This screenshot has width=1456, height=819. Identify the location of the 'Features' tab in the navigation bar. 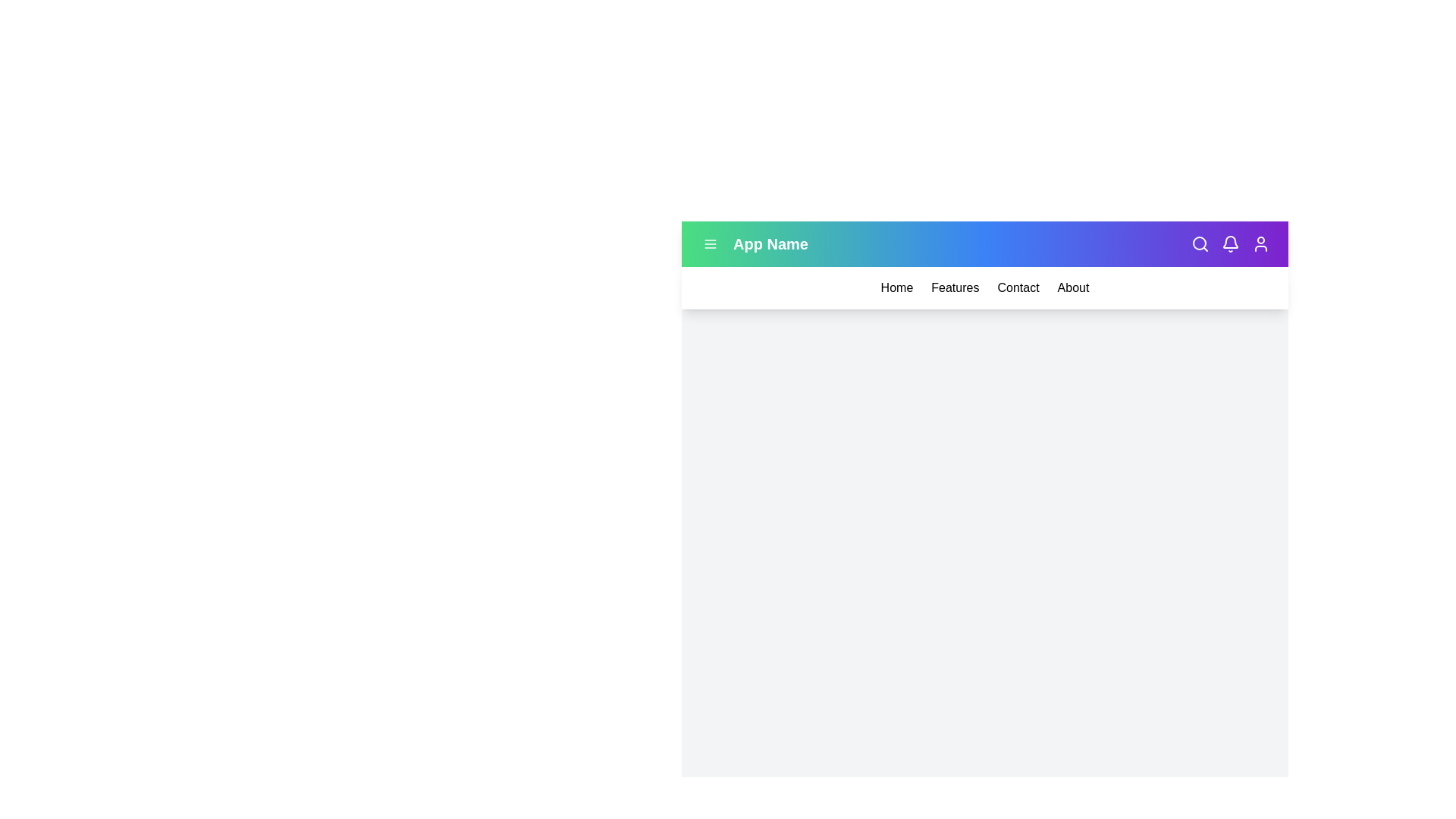
(953, 288).